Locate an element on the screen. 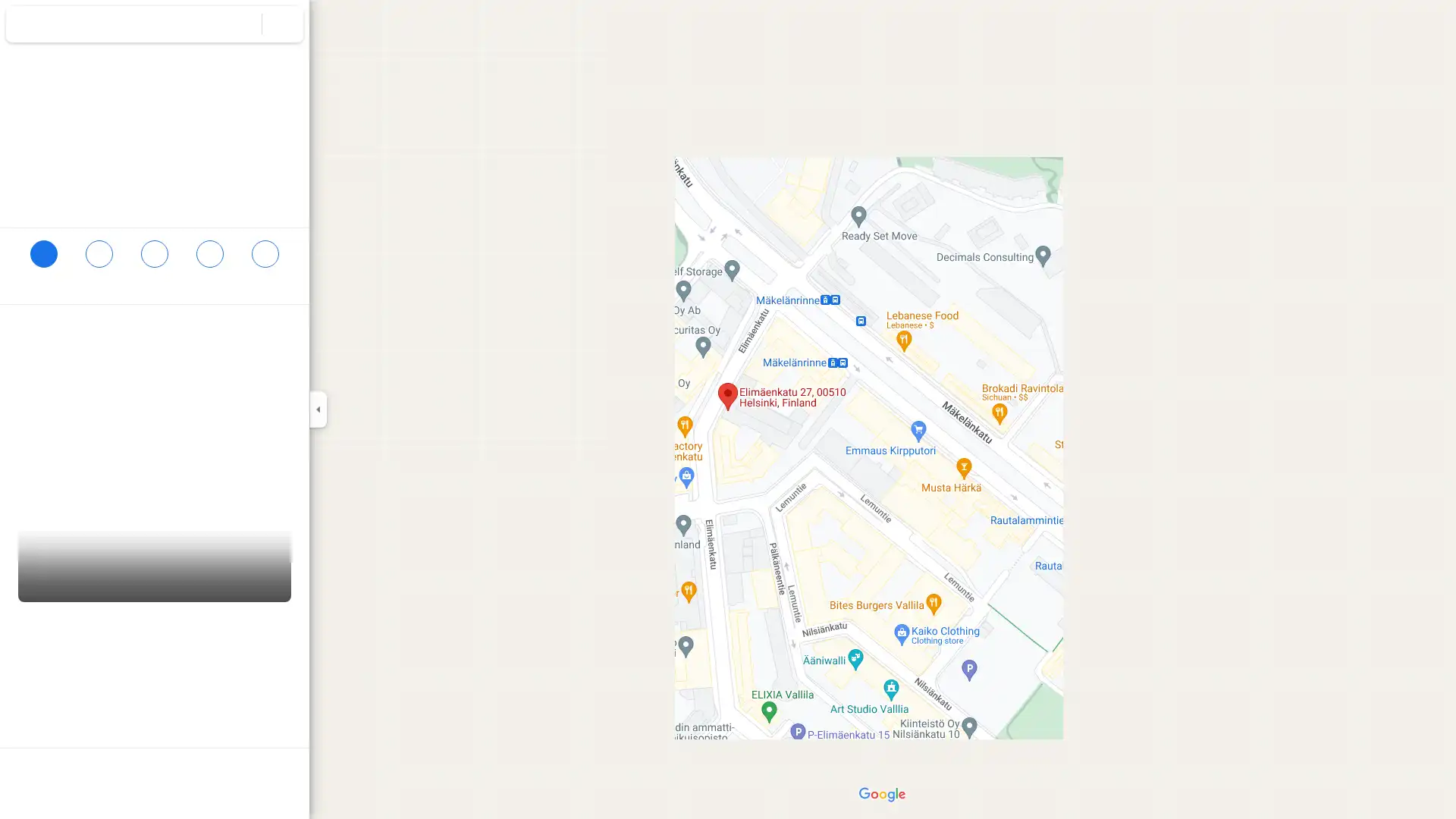 This screenshot has height=819, width=1456. Directions to Elimaenkatu 27 is located at coordinates (43, 259).